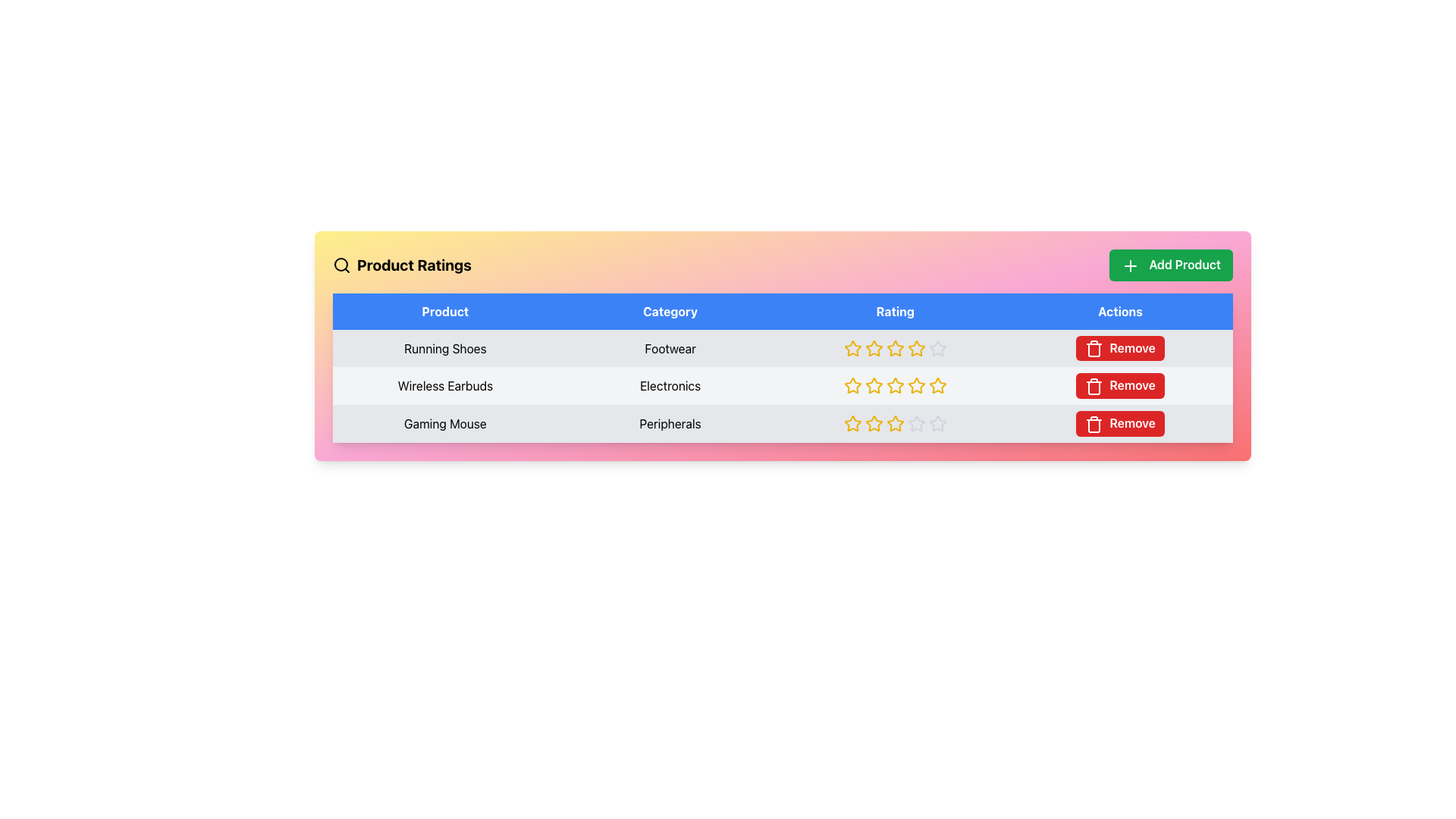  Describe the element at coordinates (915, 424) in the screenshot. I see `the fifth star in the rating graphic for the 'Gaming Mouse' item to assign a rating` at that location.